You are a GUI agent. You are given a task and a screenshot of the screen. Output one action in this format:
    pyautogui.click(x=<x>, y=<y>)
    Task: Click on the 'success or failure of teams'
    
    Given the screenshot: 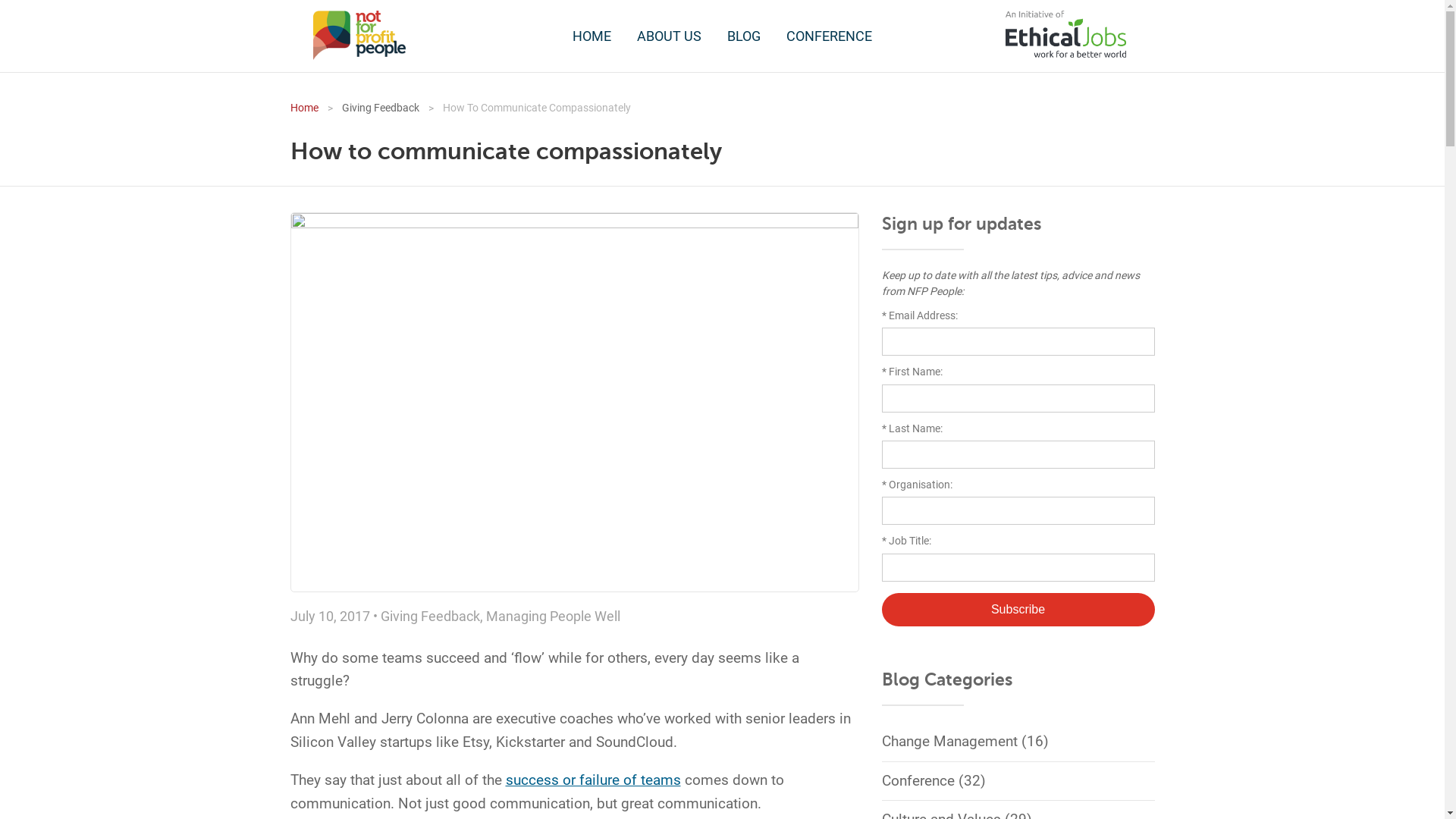 What is the action you would take?
    pyautogui.click(x=591, y=780)
    